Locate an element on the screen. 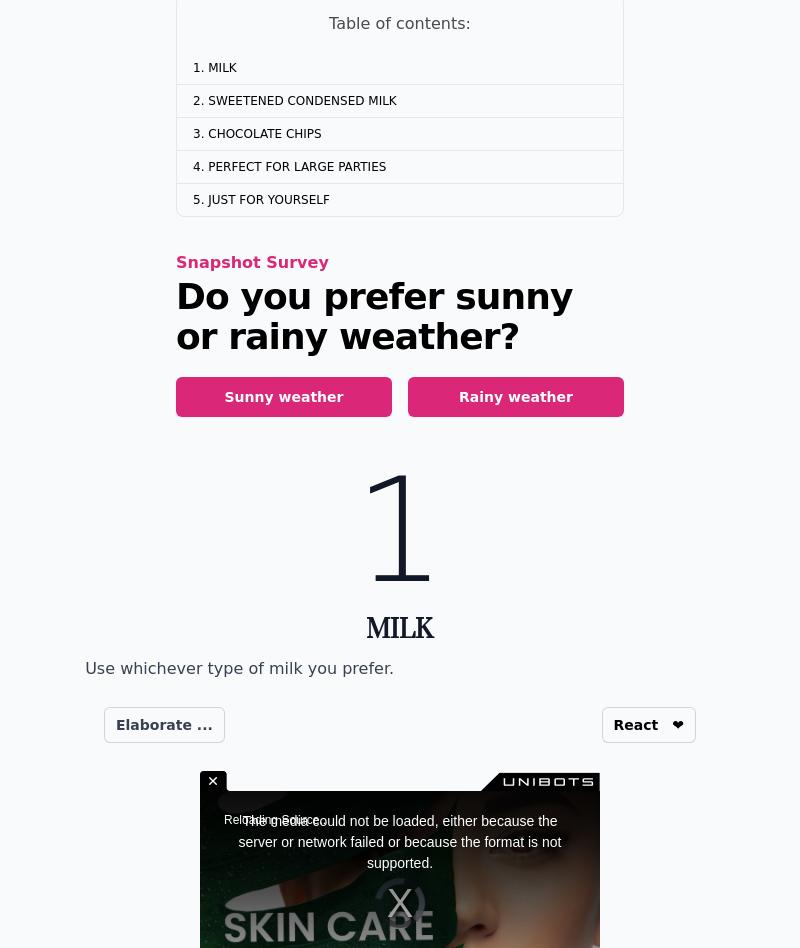 The image size is (800, 948). 'The media could not be loaded, either because the server or network failed or because the format is not supported.' is located at coordinates (398, 839).